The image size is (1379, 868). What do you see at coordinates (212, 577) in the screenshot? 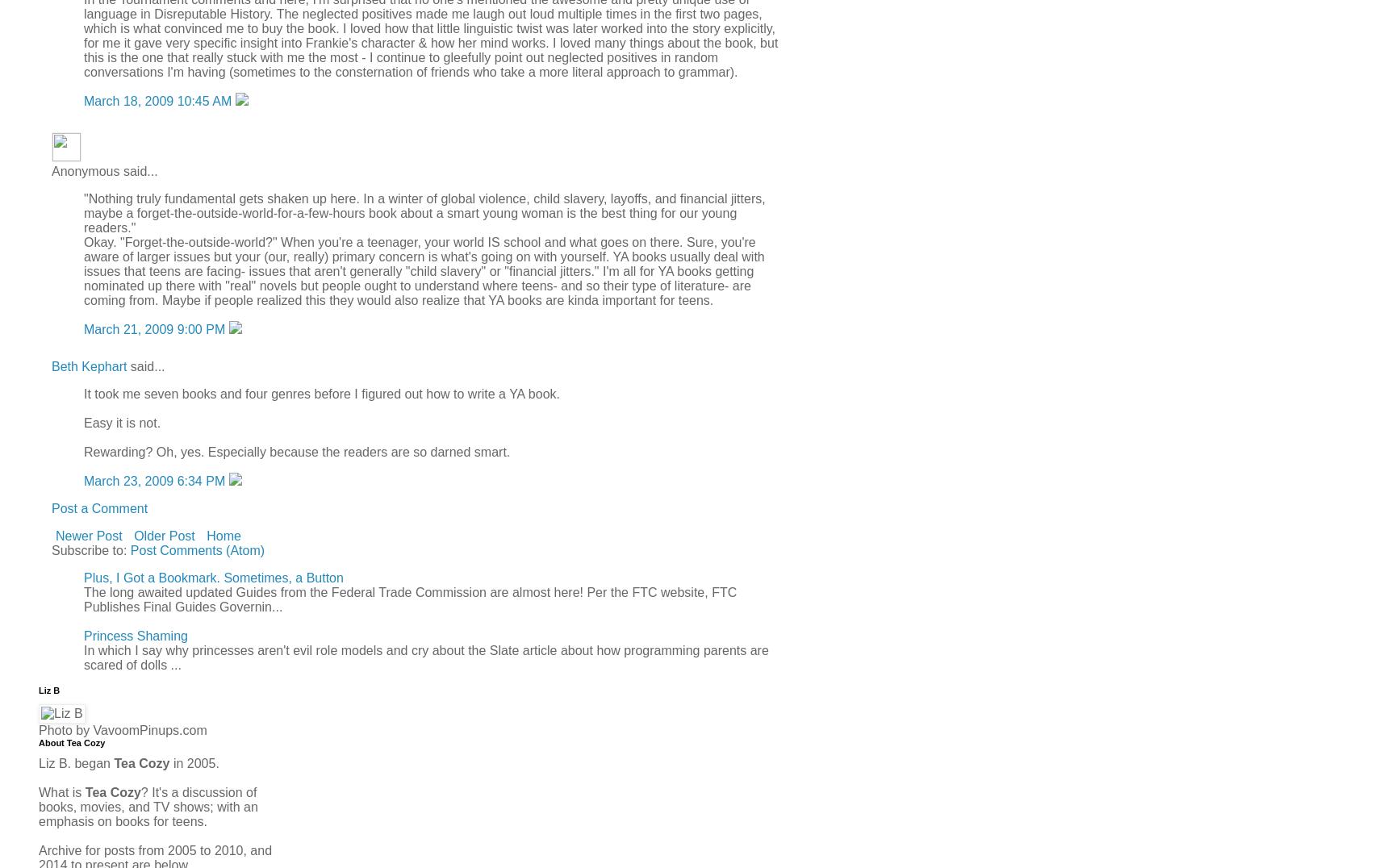
I see `'Plus, I Got a Bookmark. Sometimes, a Button'` at bounding box center [212, 577].